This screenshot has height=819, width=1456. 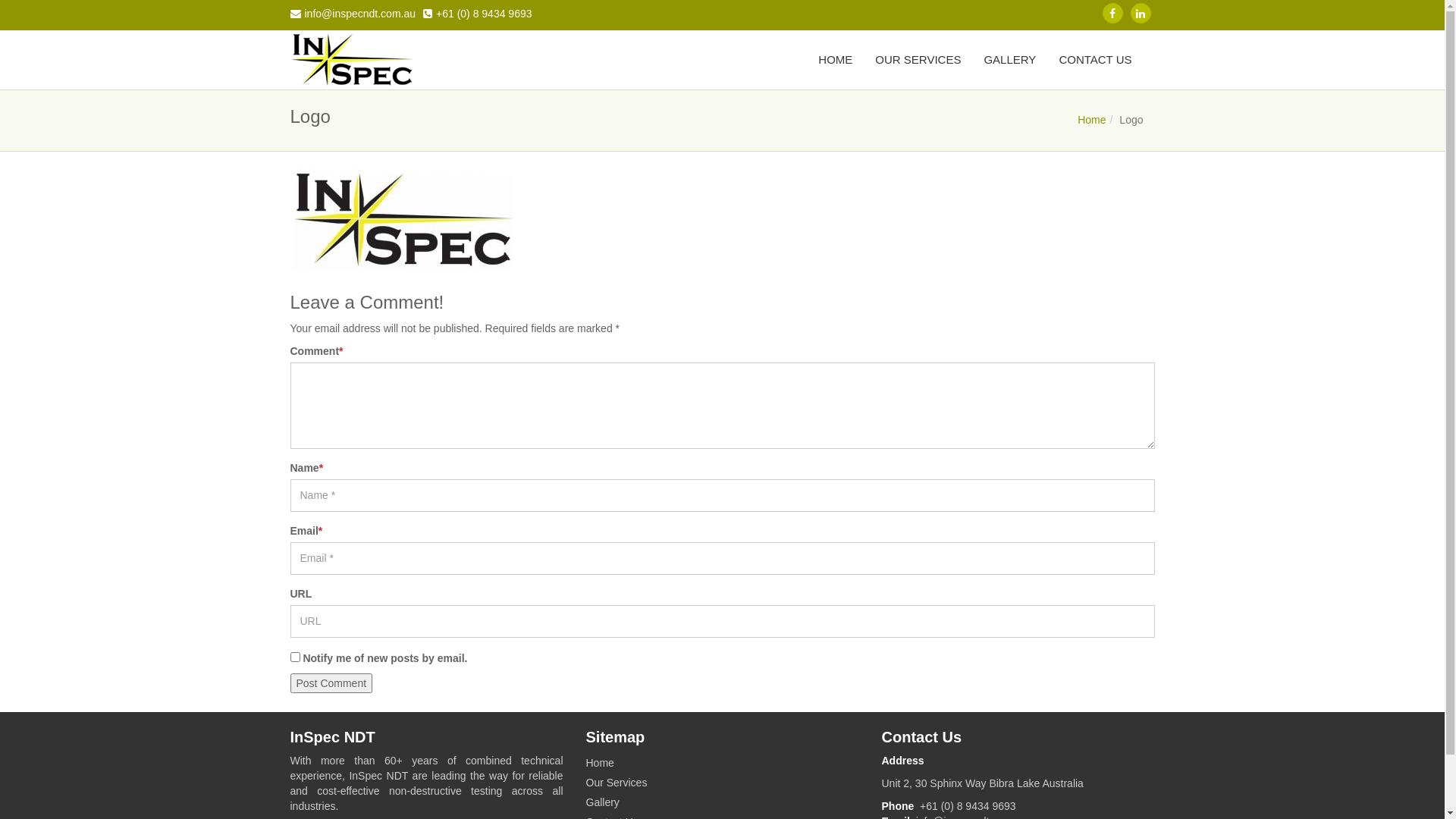 I want to click on 'Facebook', so click(x=1112, y=13).